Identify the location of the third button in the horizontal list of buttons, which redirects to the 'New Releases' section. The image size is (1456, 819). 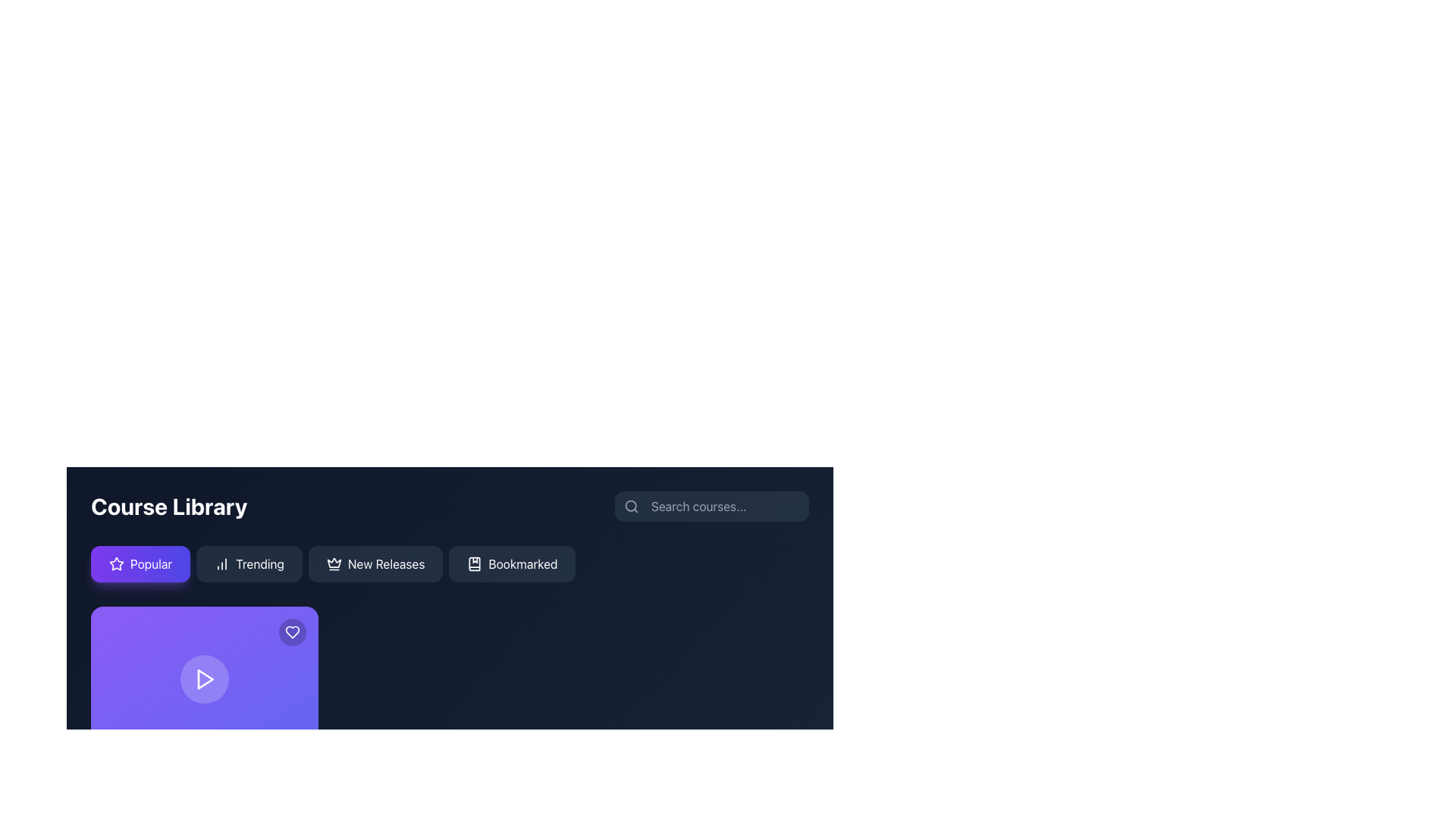
(375, 564).